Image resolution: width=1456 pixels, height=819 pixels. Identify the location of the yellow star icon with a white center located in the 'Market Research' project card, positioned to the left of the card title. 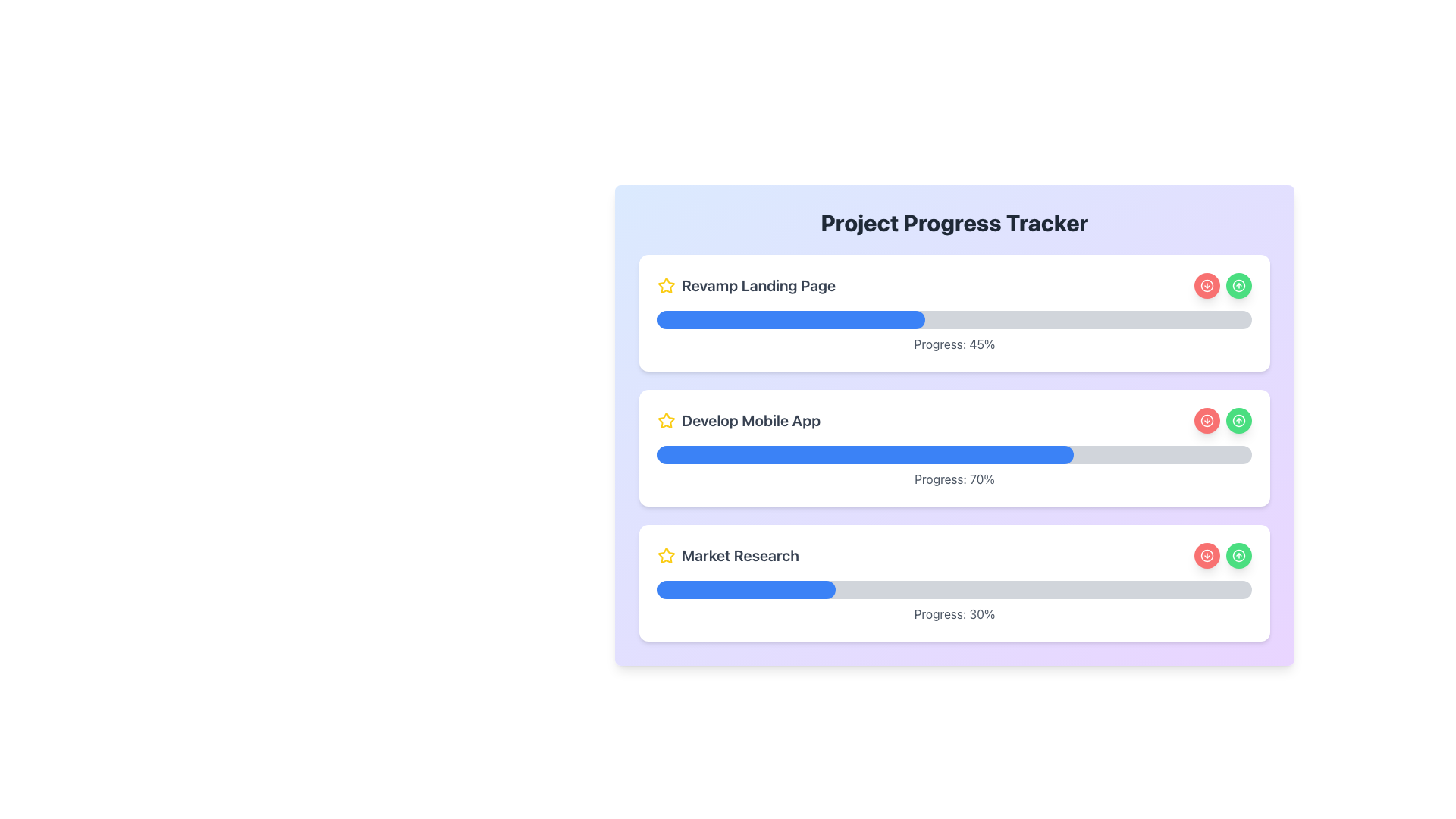
(666, 555).